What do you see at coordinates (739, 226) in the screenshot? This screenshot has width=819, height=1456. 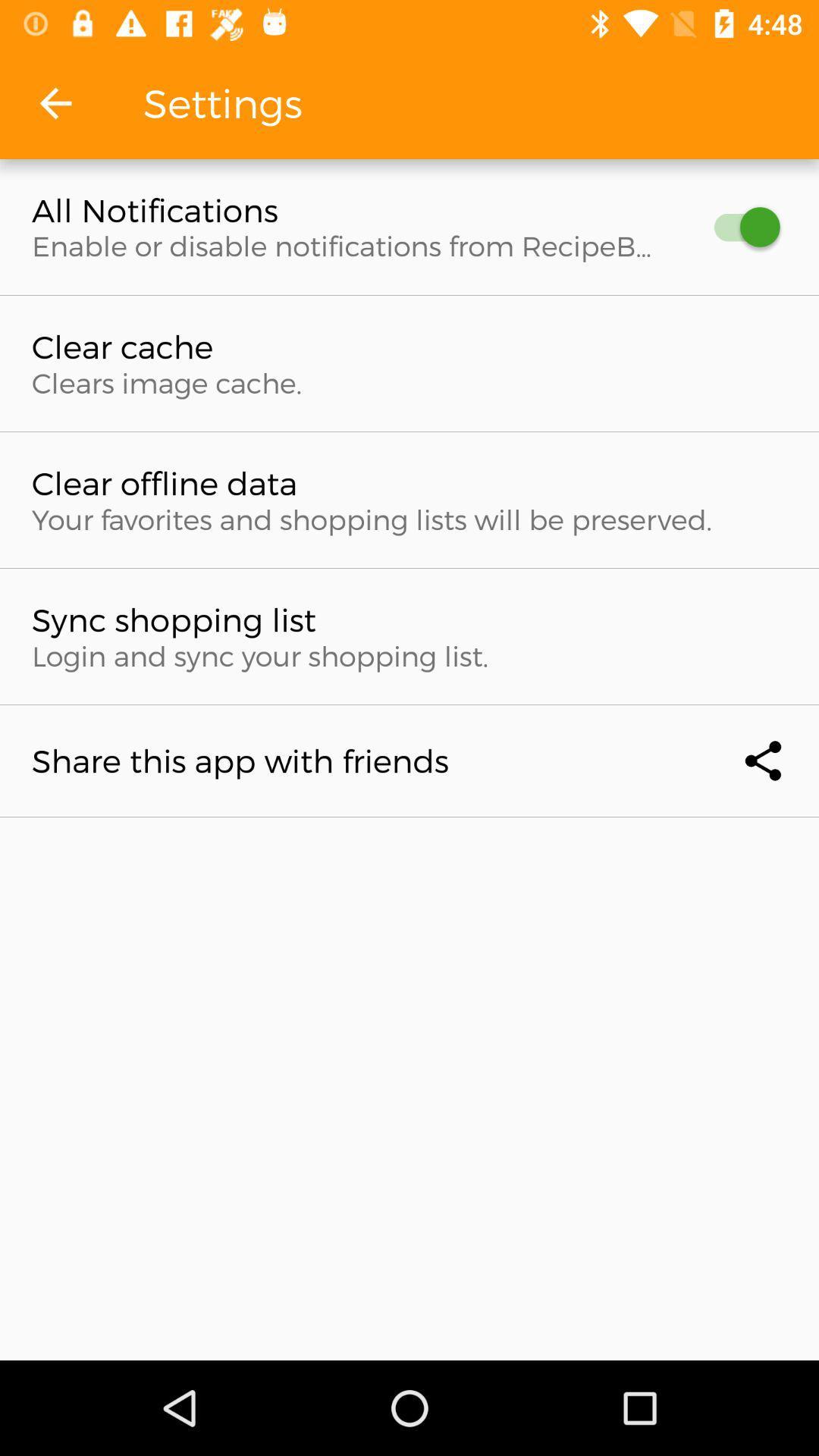 I see `turn off notifications` at bounding box center [739, 226].